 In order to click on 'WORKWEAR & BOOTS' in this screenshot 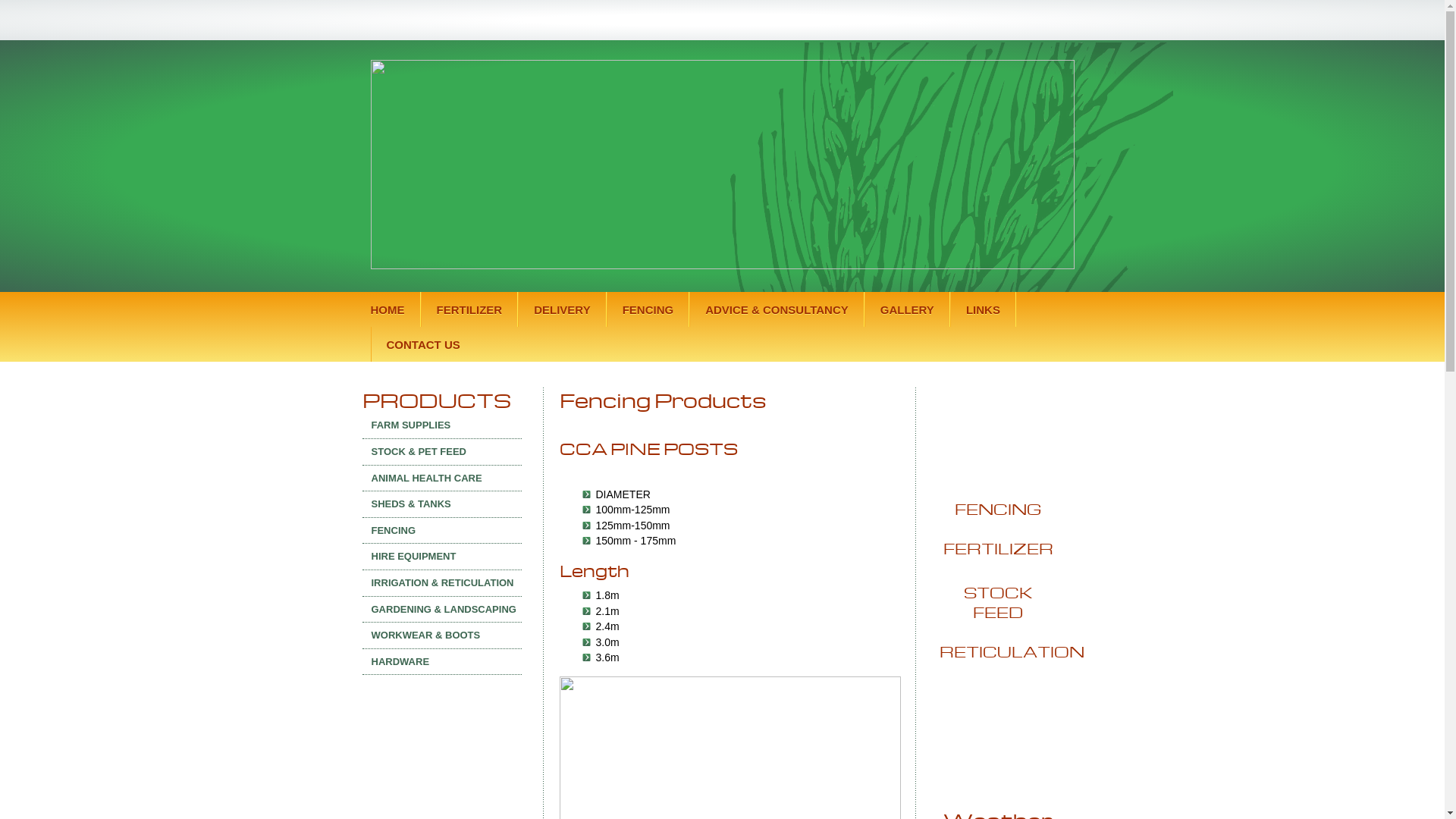, I will do `click(441, 635)`.